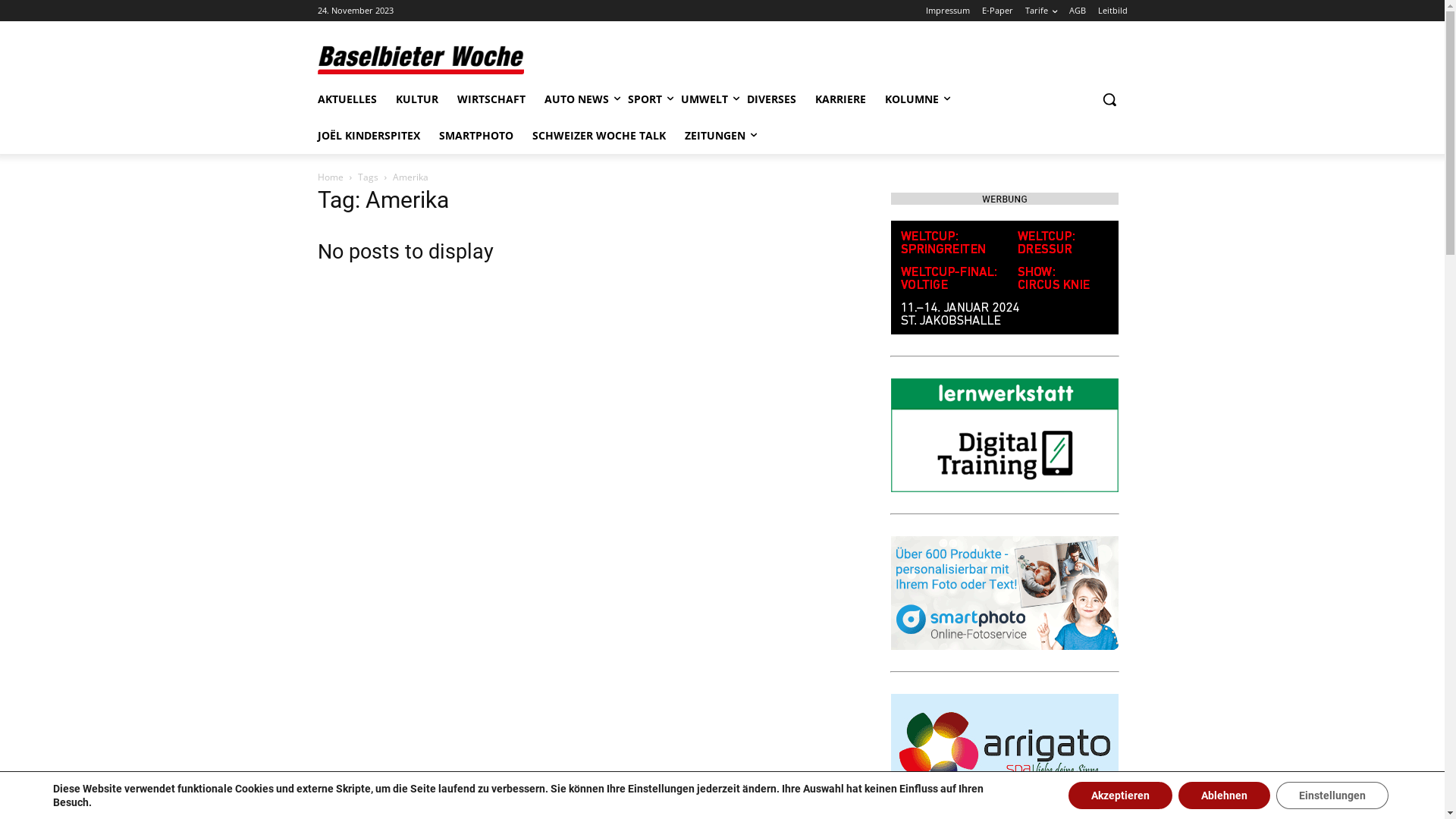 This screenshot has height=819, width=1456. Describe the element at coordinates (491, 99) in the screenshot. I see `'WIRTSCHAFT'` at that location.